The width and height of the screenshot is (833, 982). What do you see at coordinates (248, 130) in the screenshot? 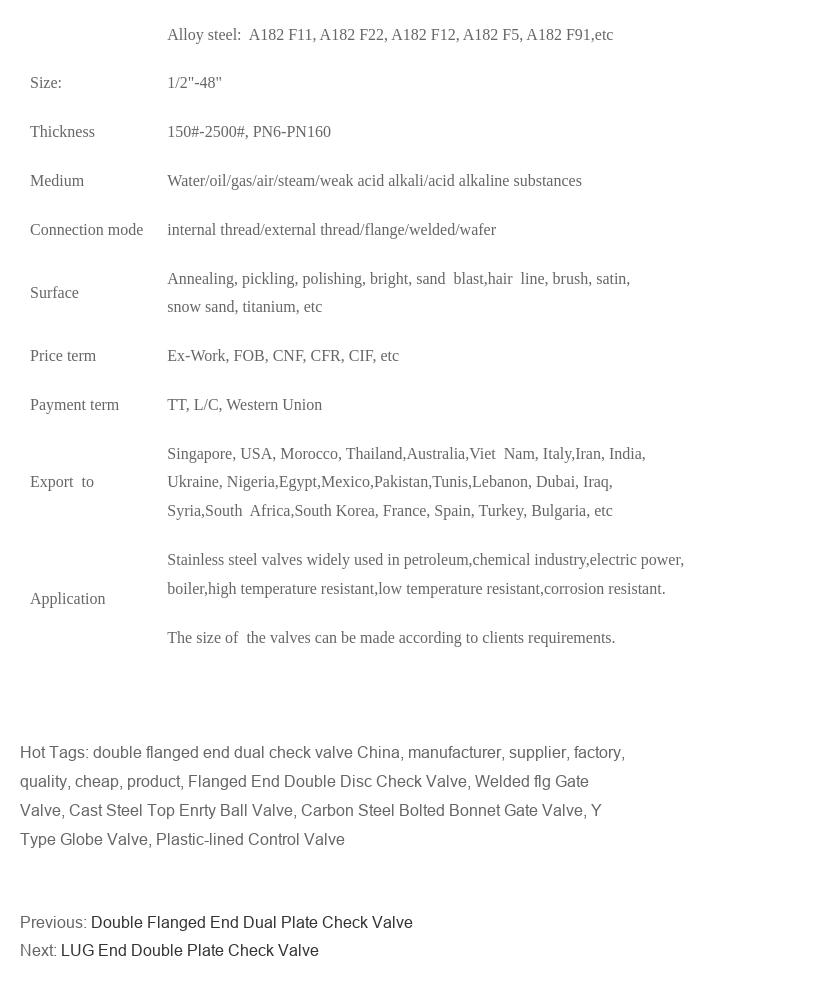
I see `'150#-2500#, PN6-PN160'` at bounding box center [248, 130].